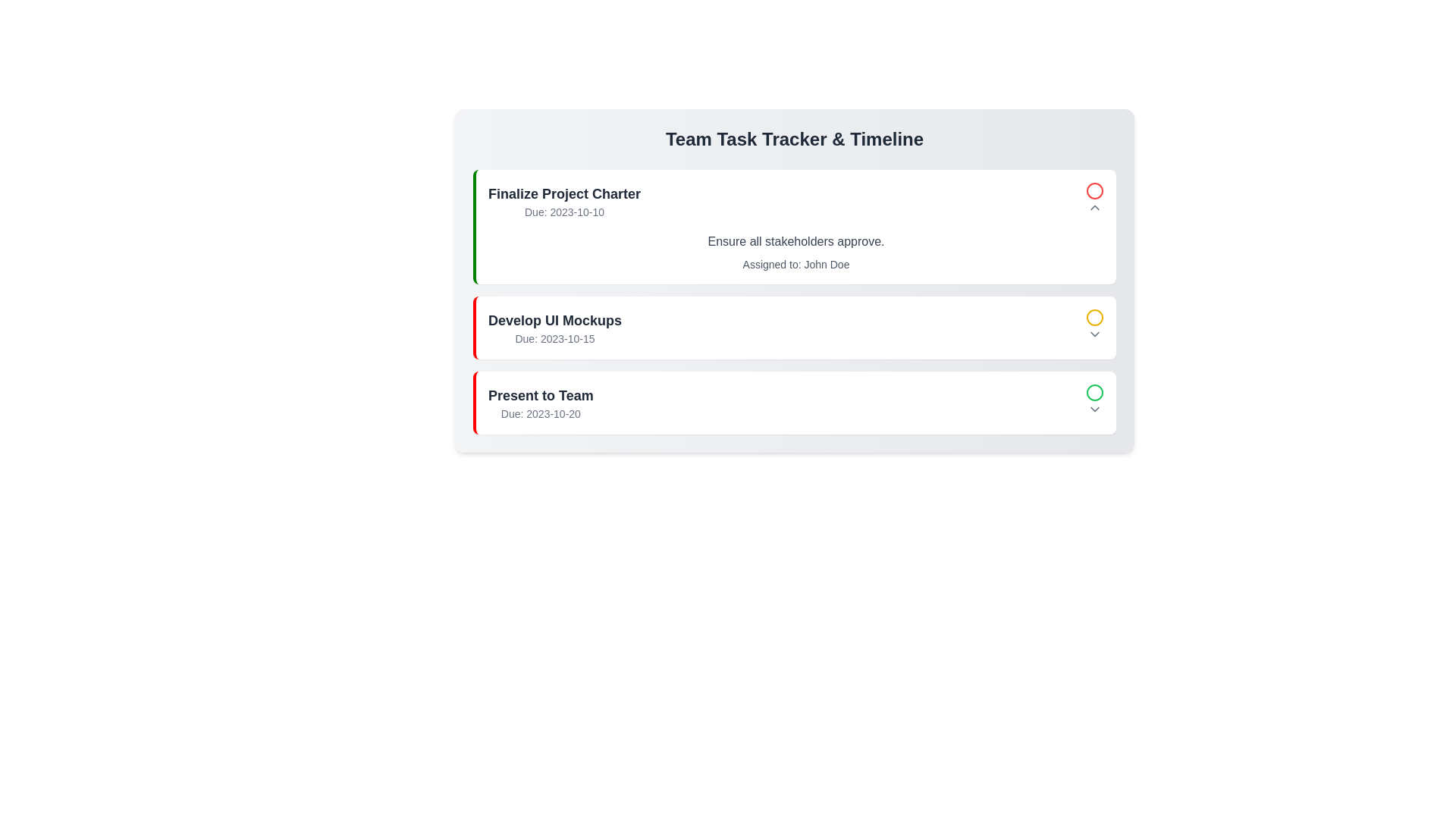  What do you see at coordinates (795, 251) in the screenshot?
I see `information provided in the Text block located under the title and due date of the 'Finalize Project Charter' card, centered horizontally and directly below the main task details` at bounding box center [795, 251].